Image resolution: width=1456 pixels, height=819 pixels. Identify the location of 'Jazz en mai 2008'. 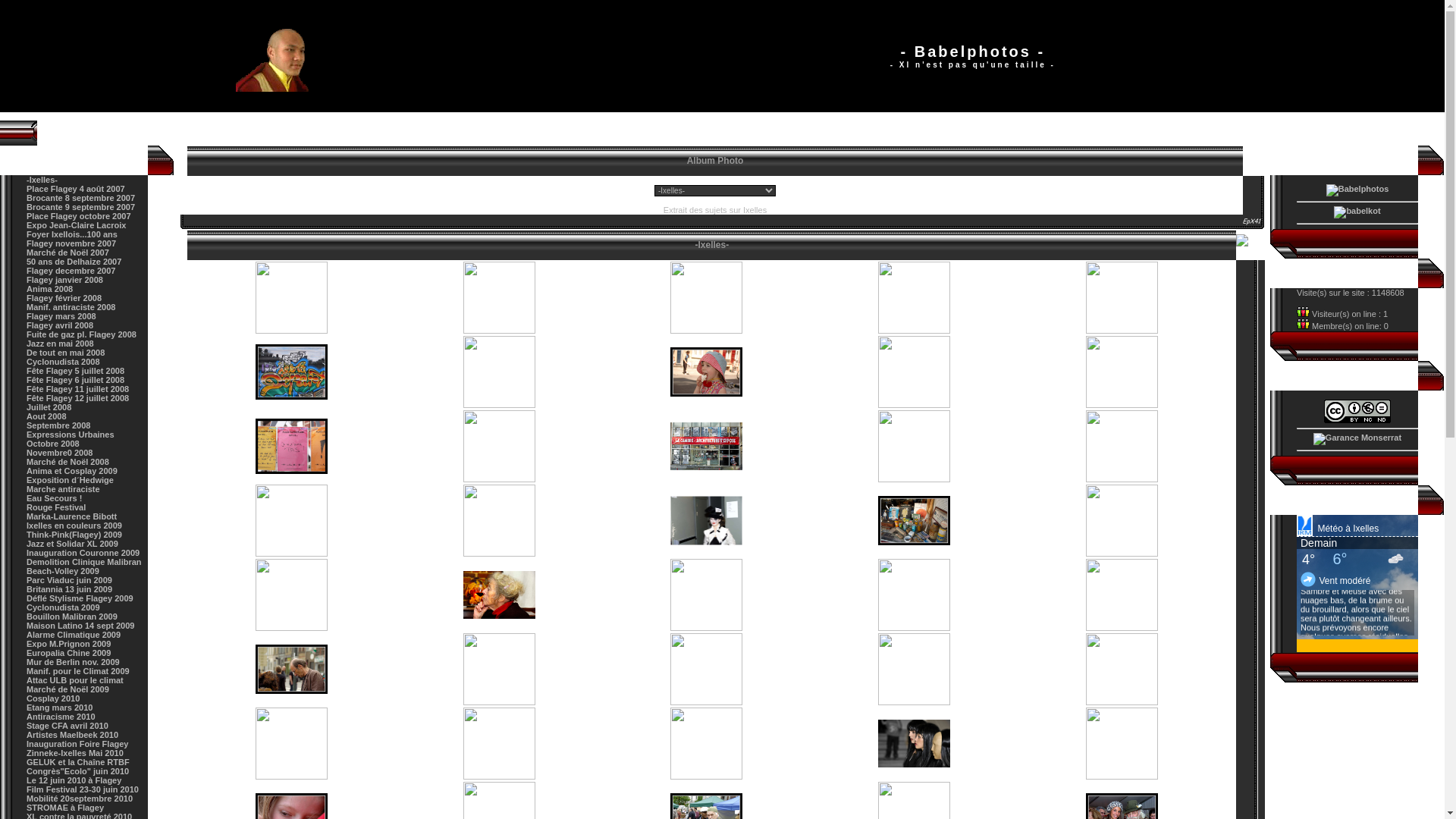
(60, 343).